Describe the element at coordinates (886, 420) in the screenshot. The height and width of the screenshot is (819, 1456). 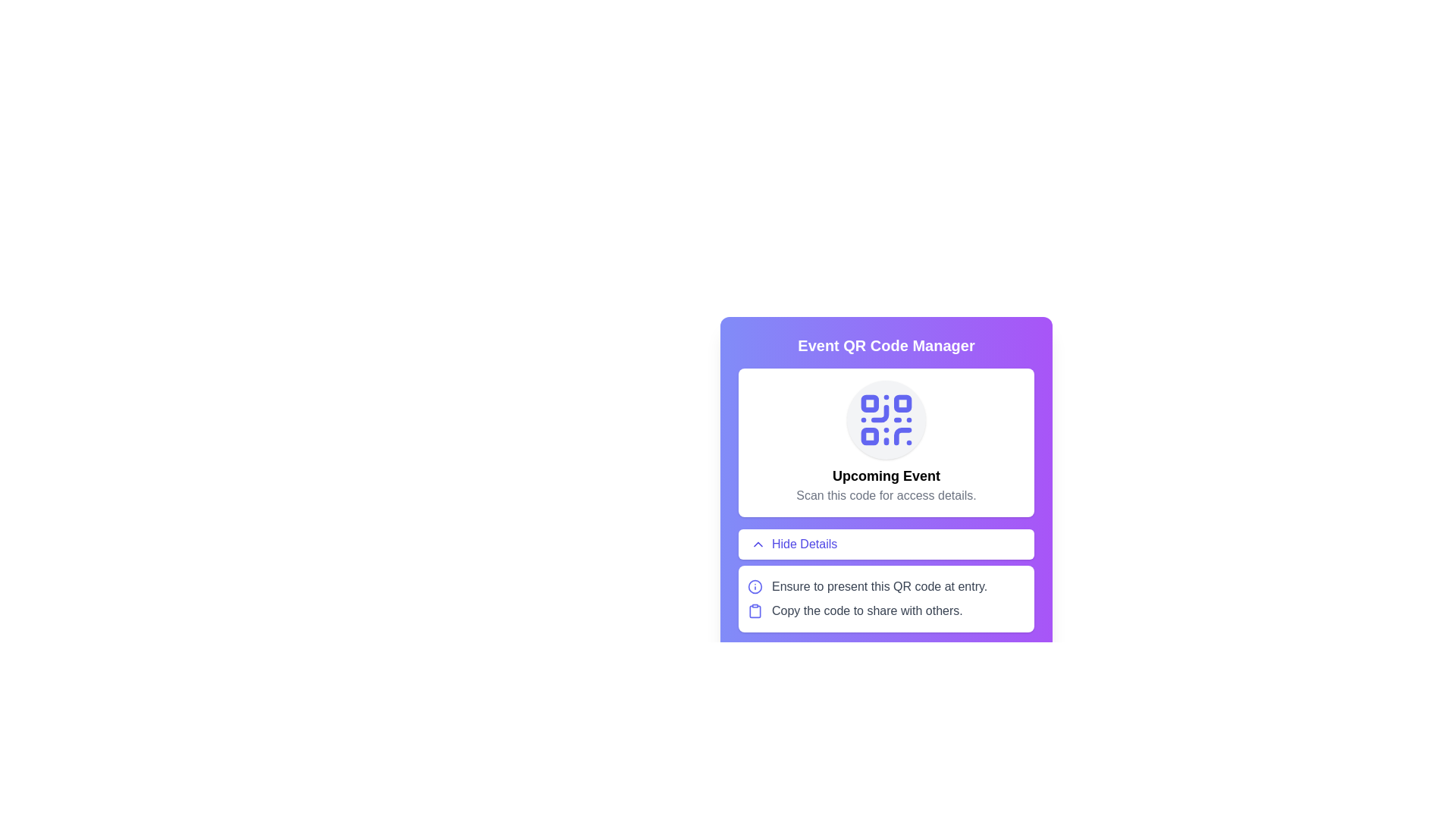
I see `the circular-shaped QR-code icon with a light background and blue styling, located centrally in the purple-themed widget labeled 'Event QR Code Manager'` at that location.